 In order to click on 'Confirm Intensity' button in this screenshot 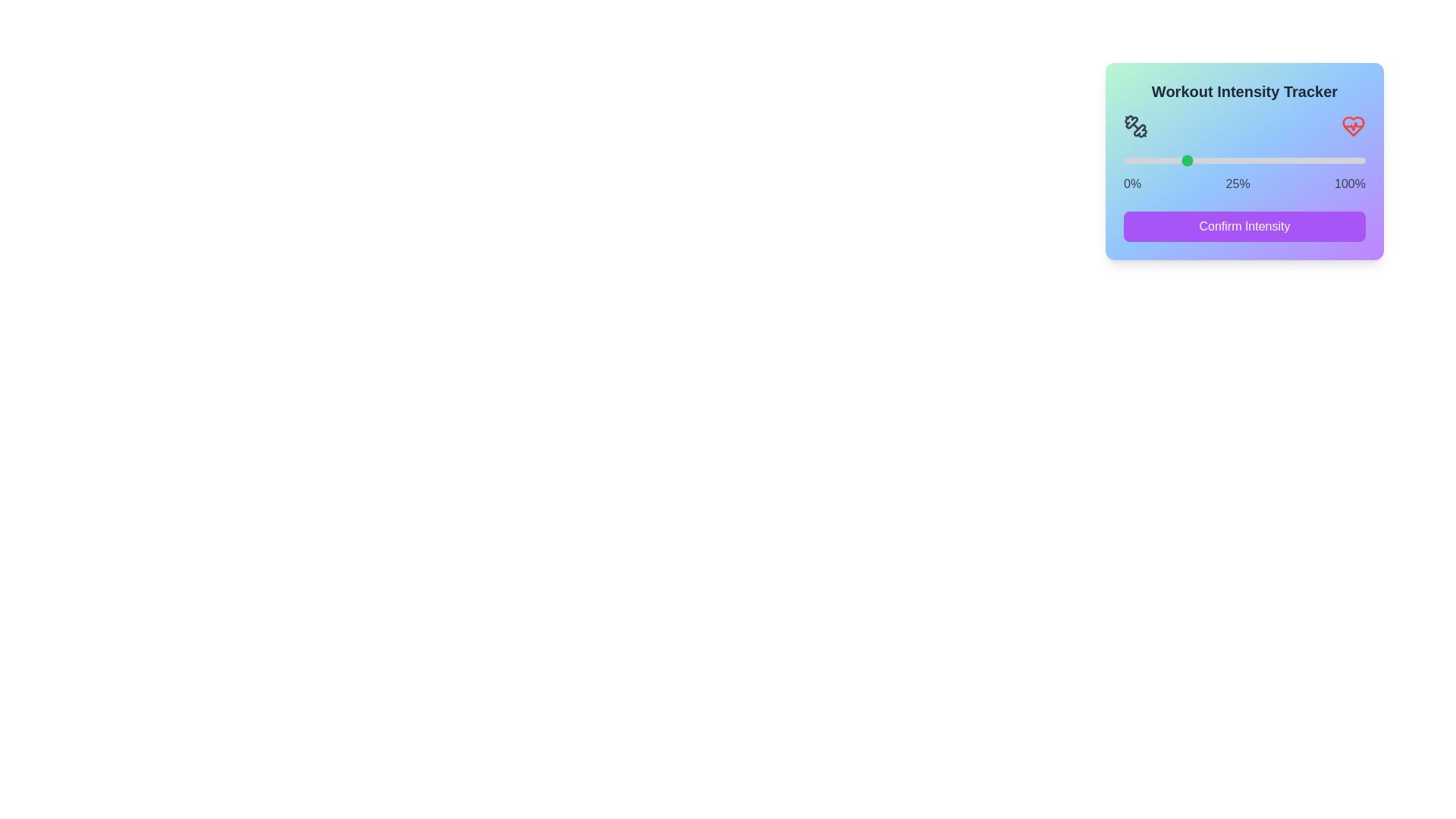, I will do `click(1244, 227)`.